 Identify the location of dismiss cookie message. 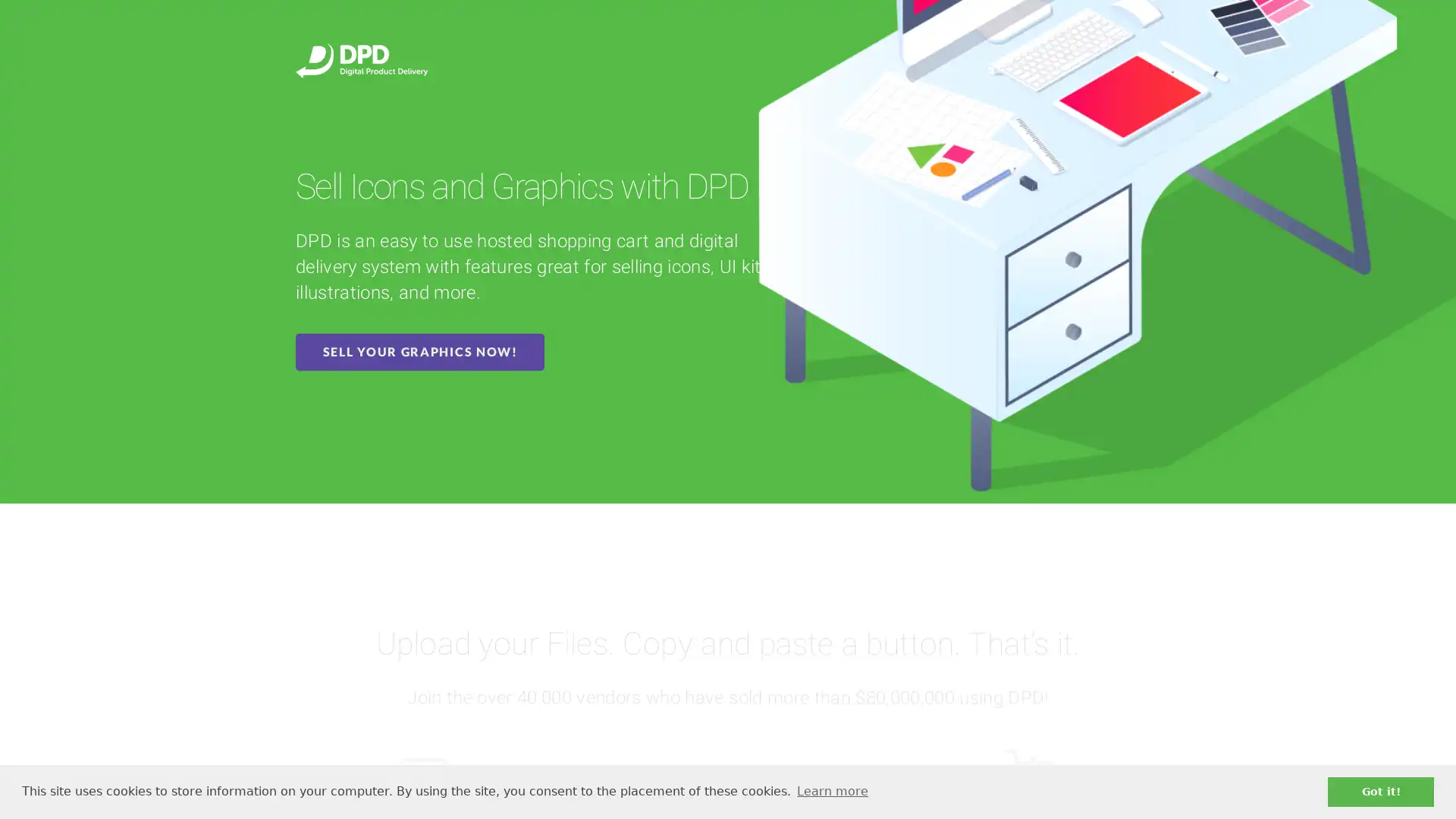
(1380, 791).